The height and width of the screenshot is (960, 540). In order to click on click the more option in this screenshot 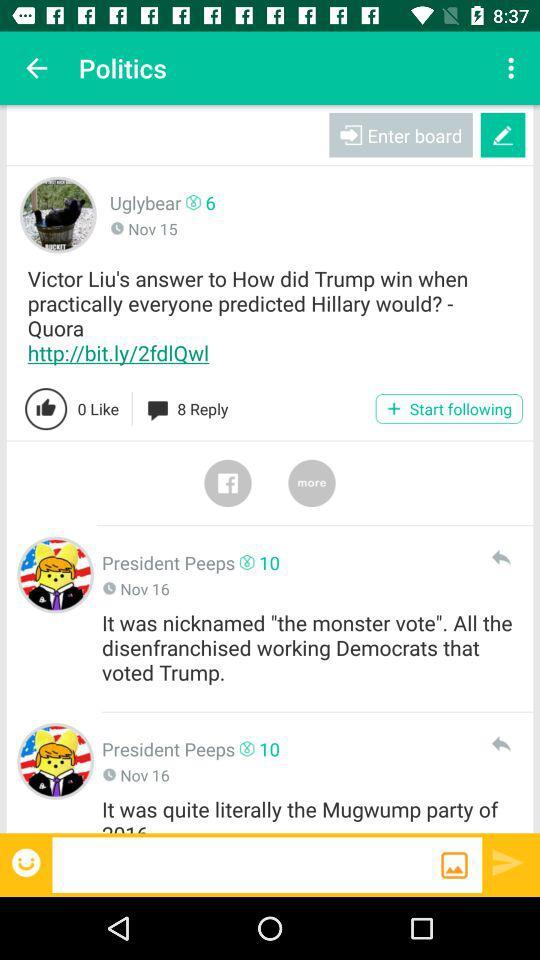, I will do `click(312, 482)`.